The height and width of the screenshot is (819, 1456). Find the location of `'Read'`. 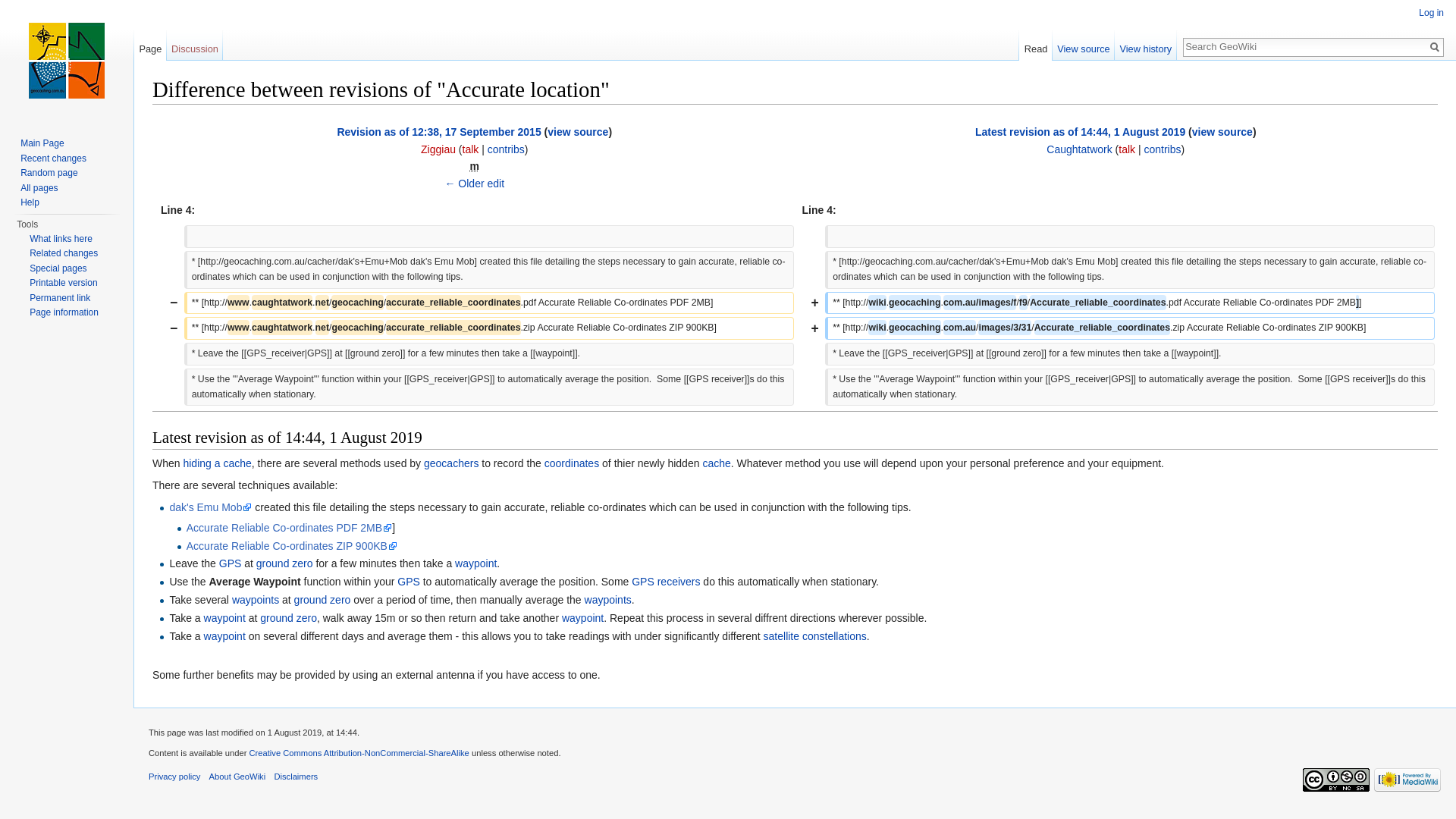

'Read' is located at coordinates (1034, 45).